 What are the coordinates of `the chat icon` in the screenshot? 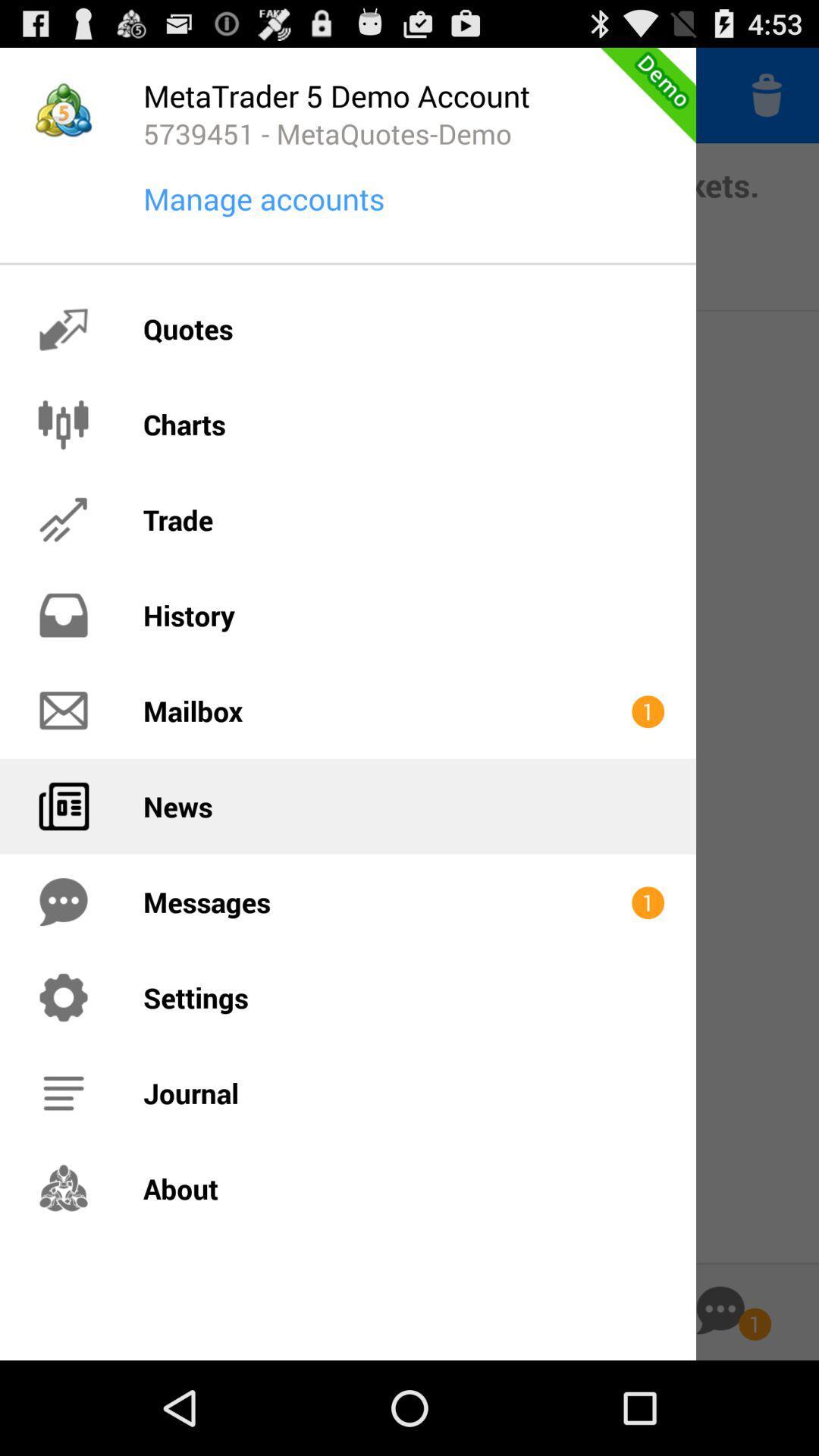 It's located at (720, 1401).